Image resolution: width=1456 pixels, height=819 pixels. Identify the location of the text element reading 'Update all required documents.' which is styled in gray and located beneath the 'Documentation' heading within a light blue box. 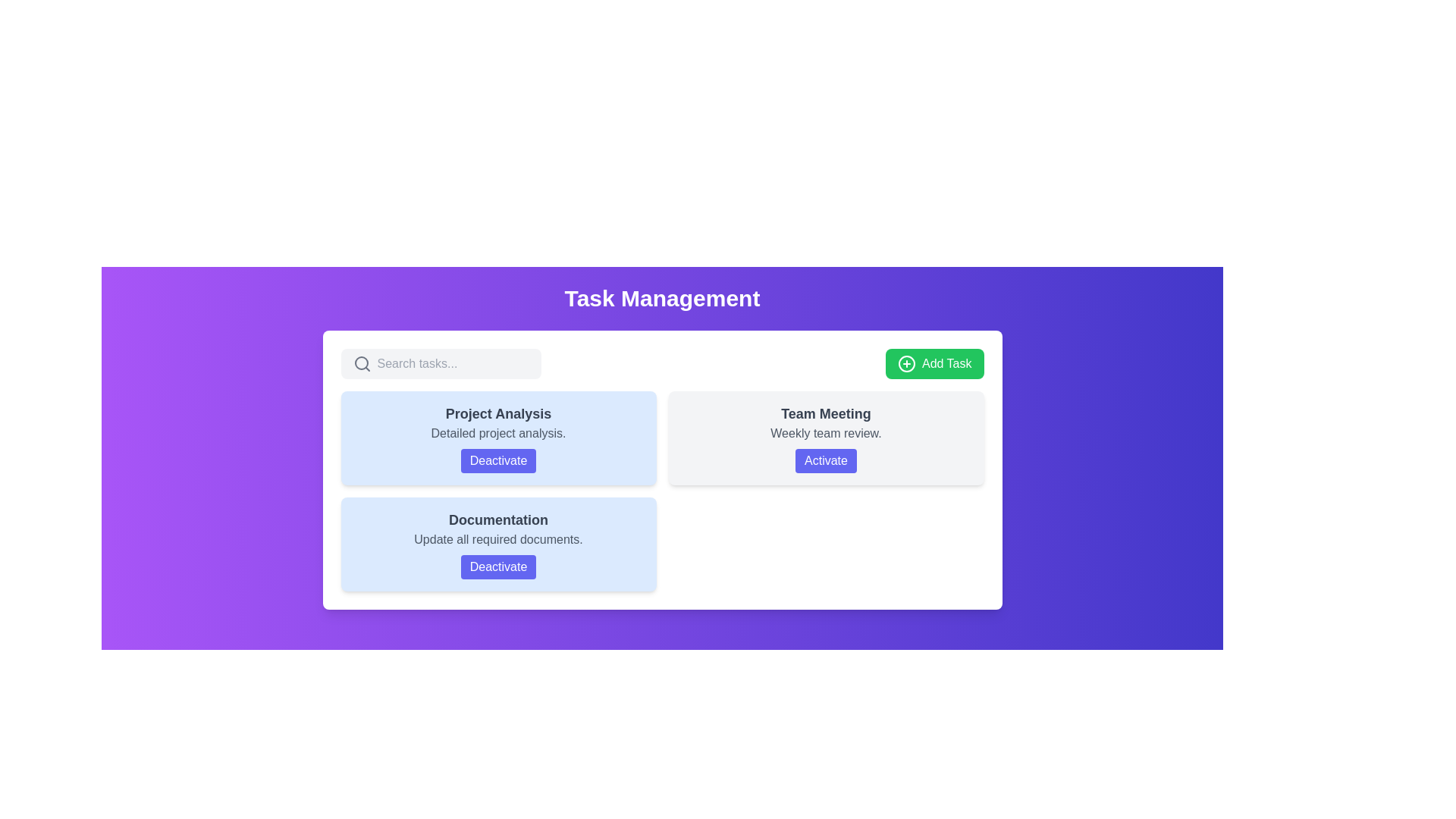
(498, 539).